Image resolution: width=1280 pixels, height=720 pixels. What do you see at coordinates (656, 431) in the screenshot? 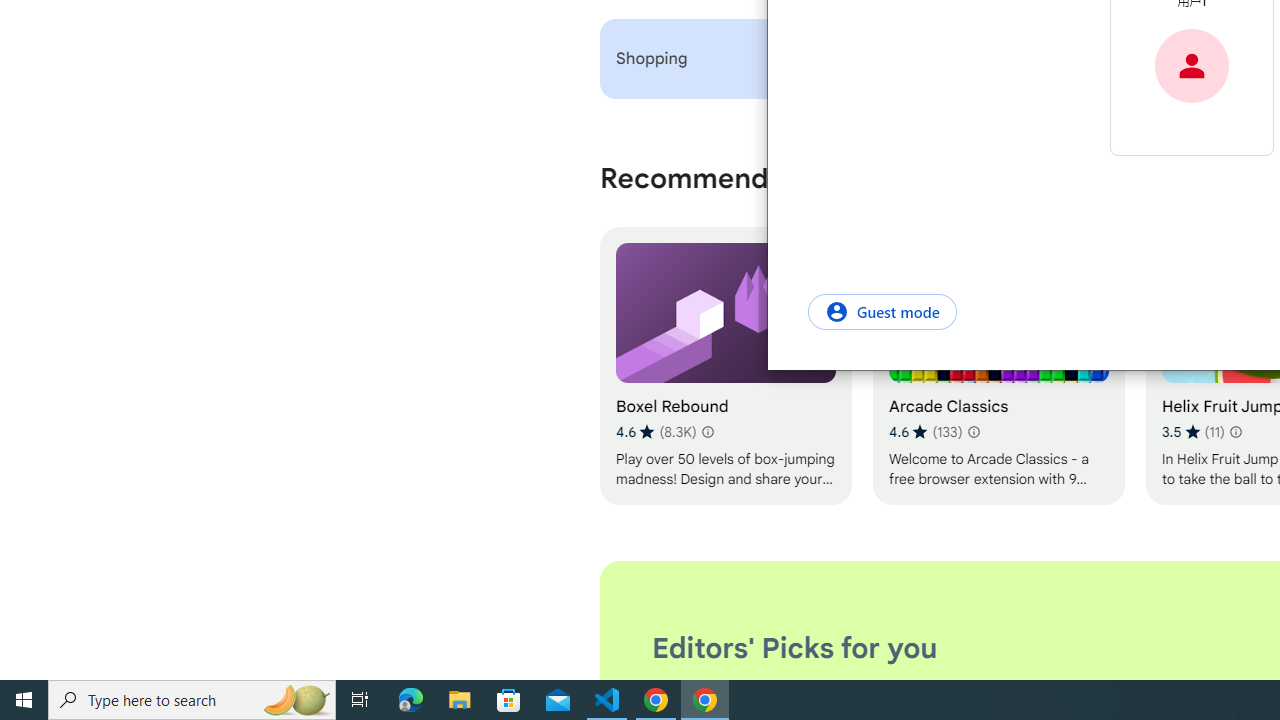
I see `'Average rating 4.6 out of 5 stars. 8.3K ratings.'` at bounding box center [656, 431].